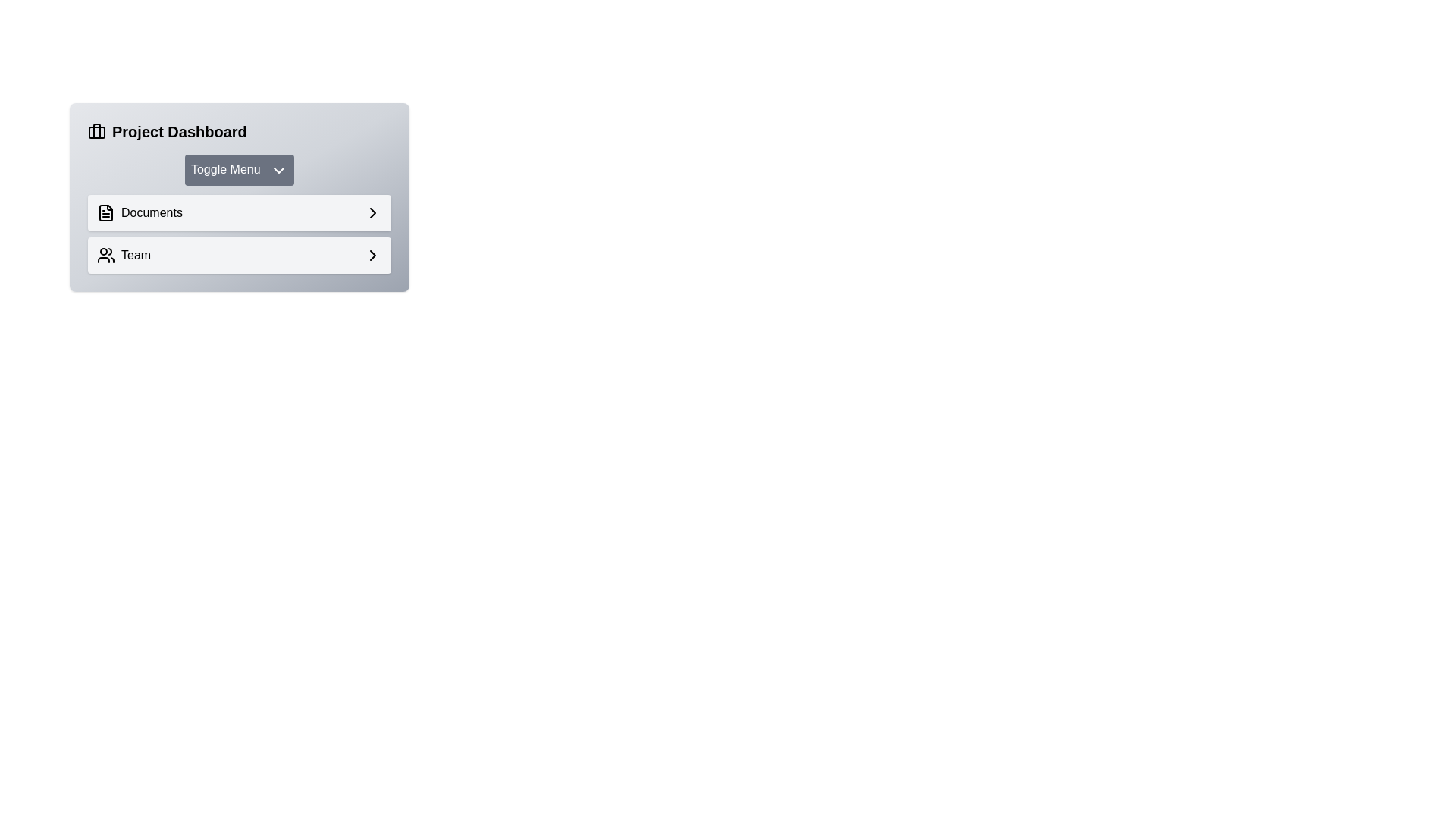 This screenshot has width=1456, height=819. Describe the element at coordinates (239, 169) in the screenshot. I see `the button that toggles the menu or dropdown list located under the heading 'Project Dashboard' and above the list items 'Documents' and 'Team' to observe its hover styling` at that location.